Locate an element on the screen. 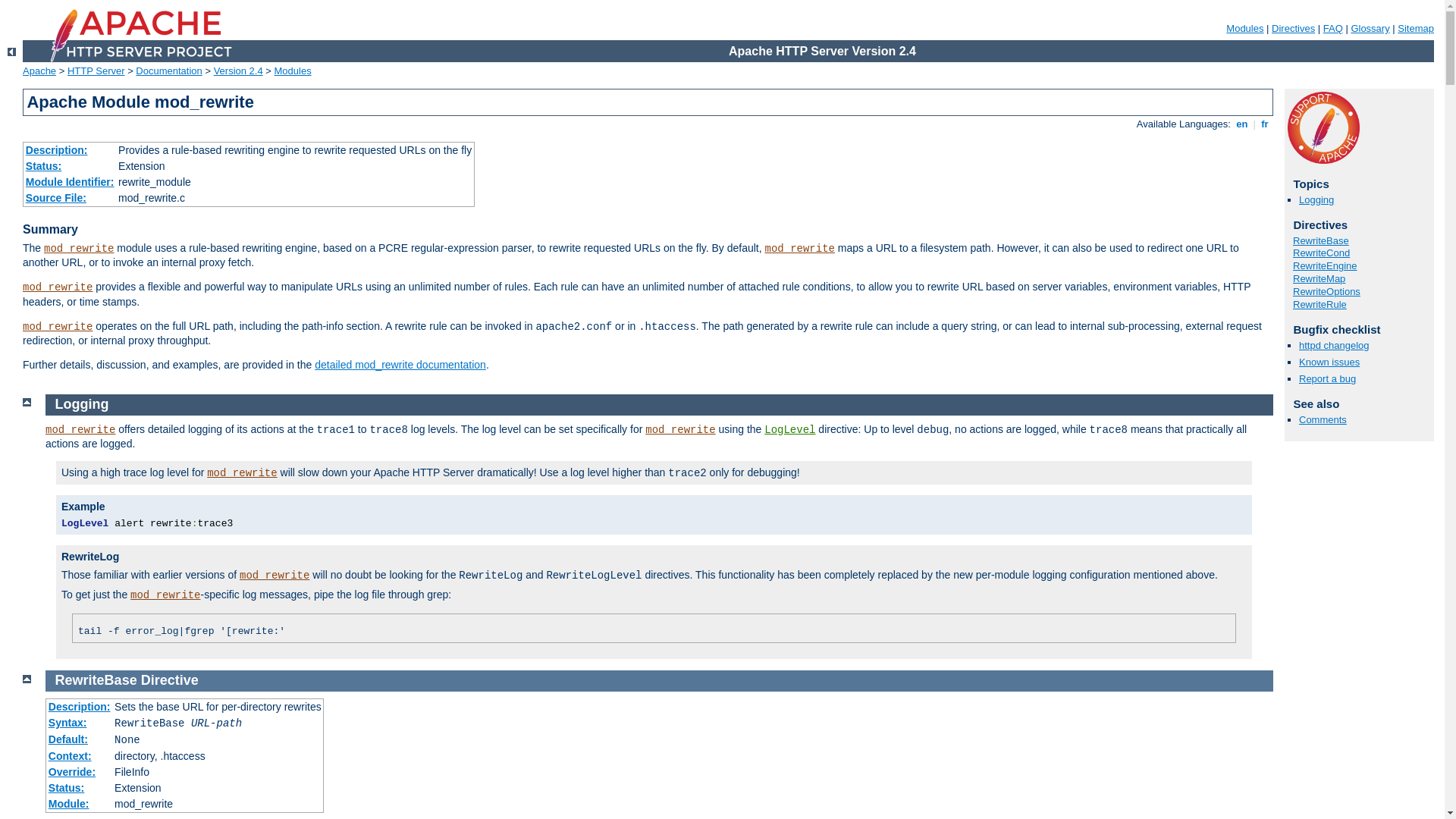  'Directive' is located at coordinates (170, 679).